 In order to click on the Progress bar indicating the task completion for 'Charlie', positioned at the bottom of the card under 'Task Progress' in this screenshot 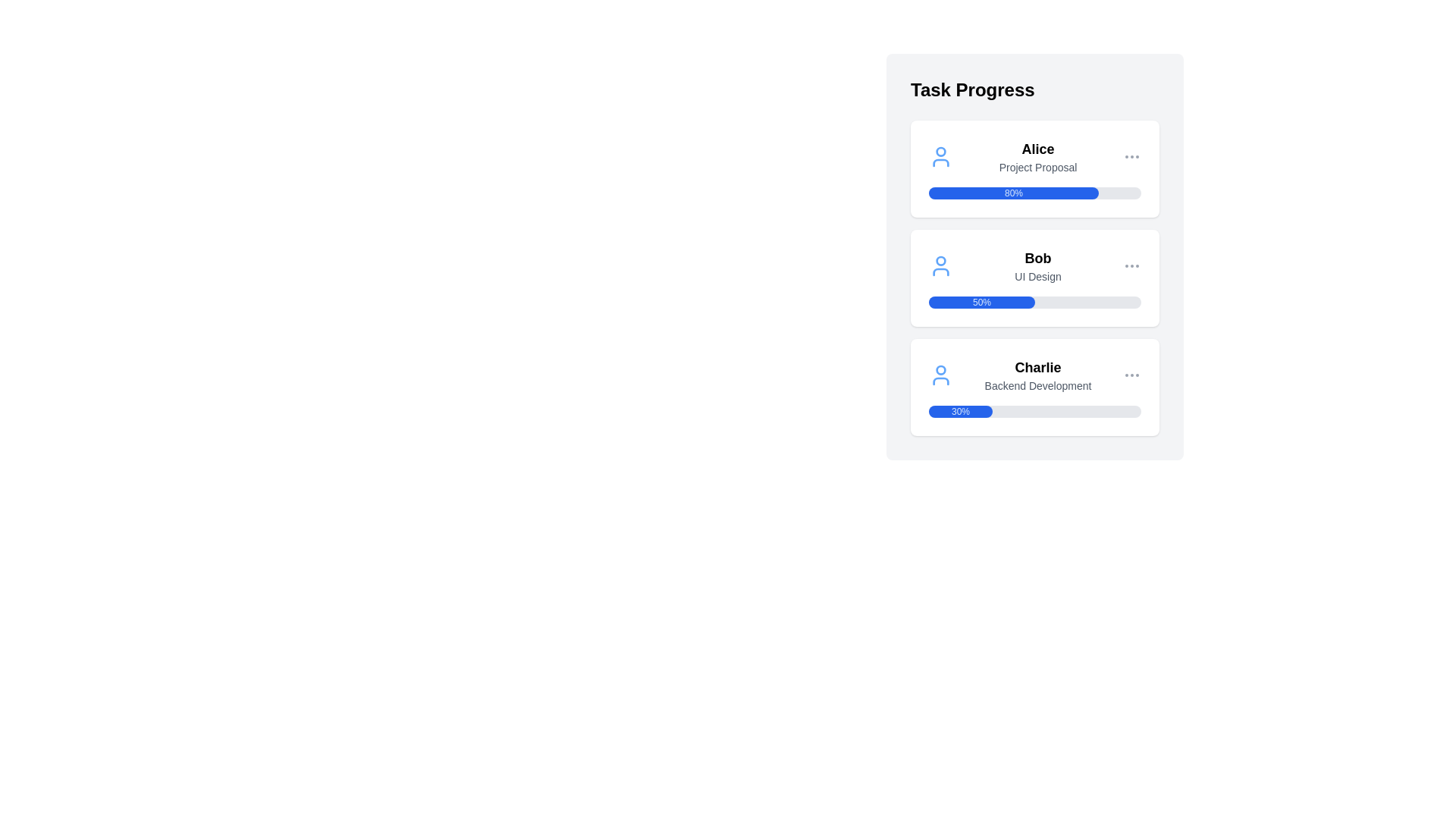, I will do `click(1034, 412)`.